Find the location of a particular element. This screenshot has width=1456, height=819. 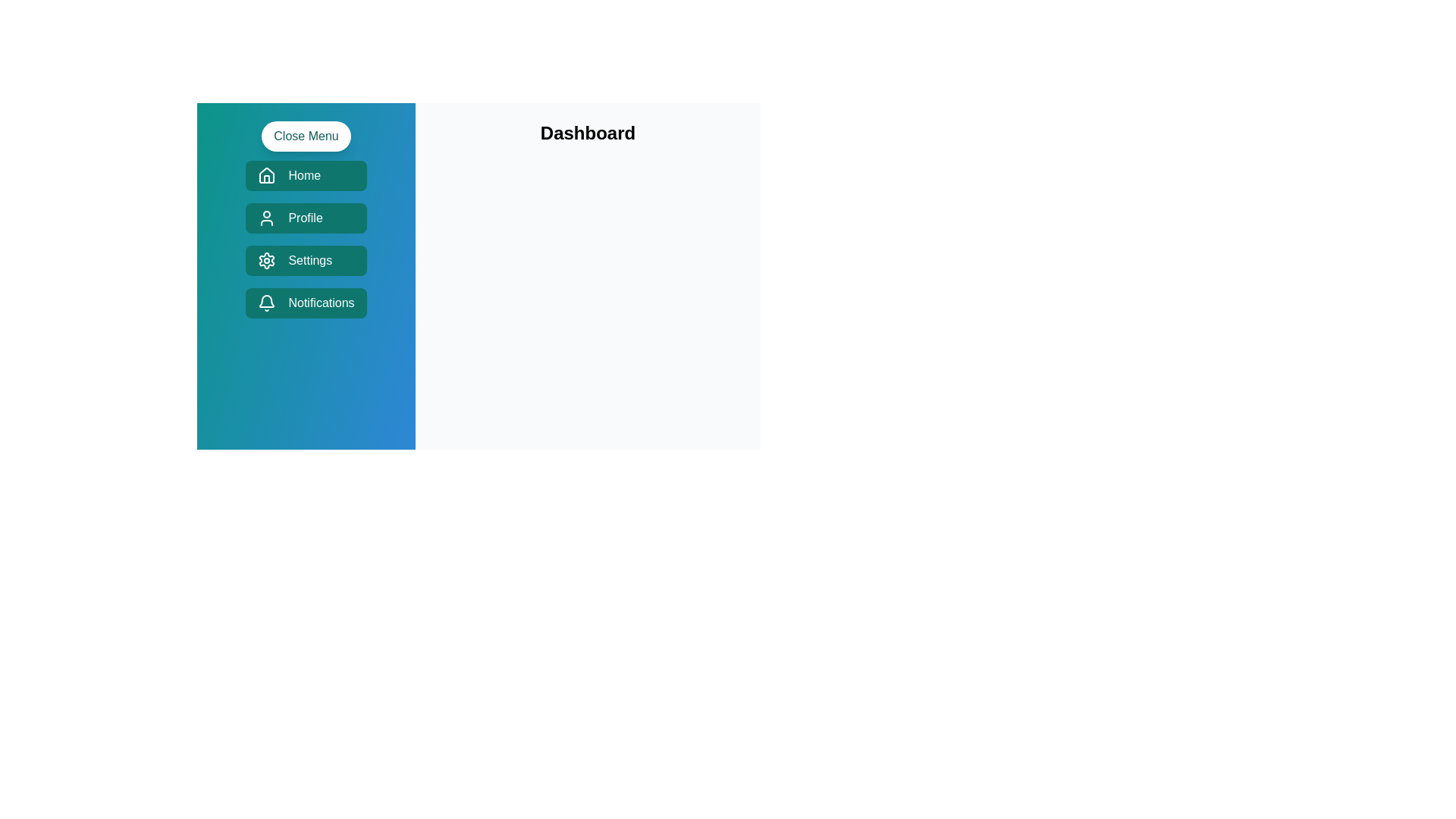

the teal rectangular button labeled 'Profile' located below the 'Home' button and above the 'Settings' button in the left sidebar is located at coordinates (305, 218).